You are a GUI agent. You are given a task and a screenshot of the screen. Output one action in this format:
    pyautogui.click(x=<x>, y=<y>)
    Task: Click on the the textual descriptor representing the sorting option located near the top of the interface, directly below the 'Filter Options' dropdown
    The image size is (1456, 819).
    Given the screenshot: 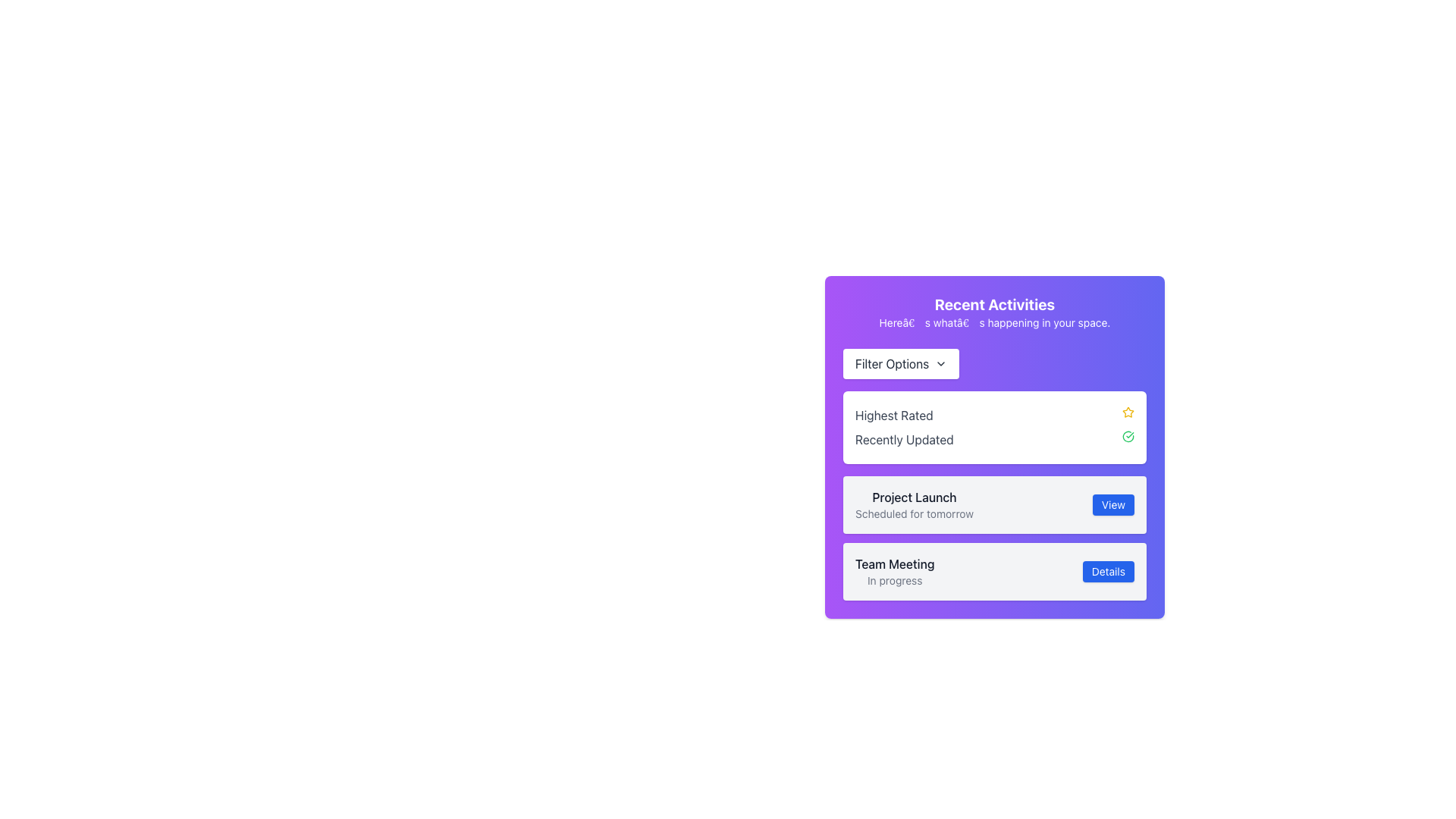 What is the action you would take?
    pyautogui.click(x=994, y=415)
    